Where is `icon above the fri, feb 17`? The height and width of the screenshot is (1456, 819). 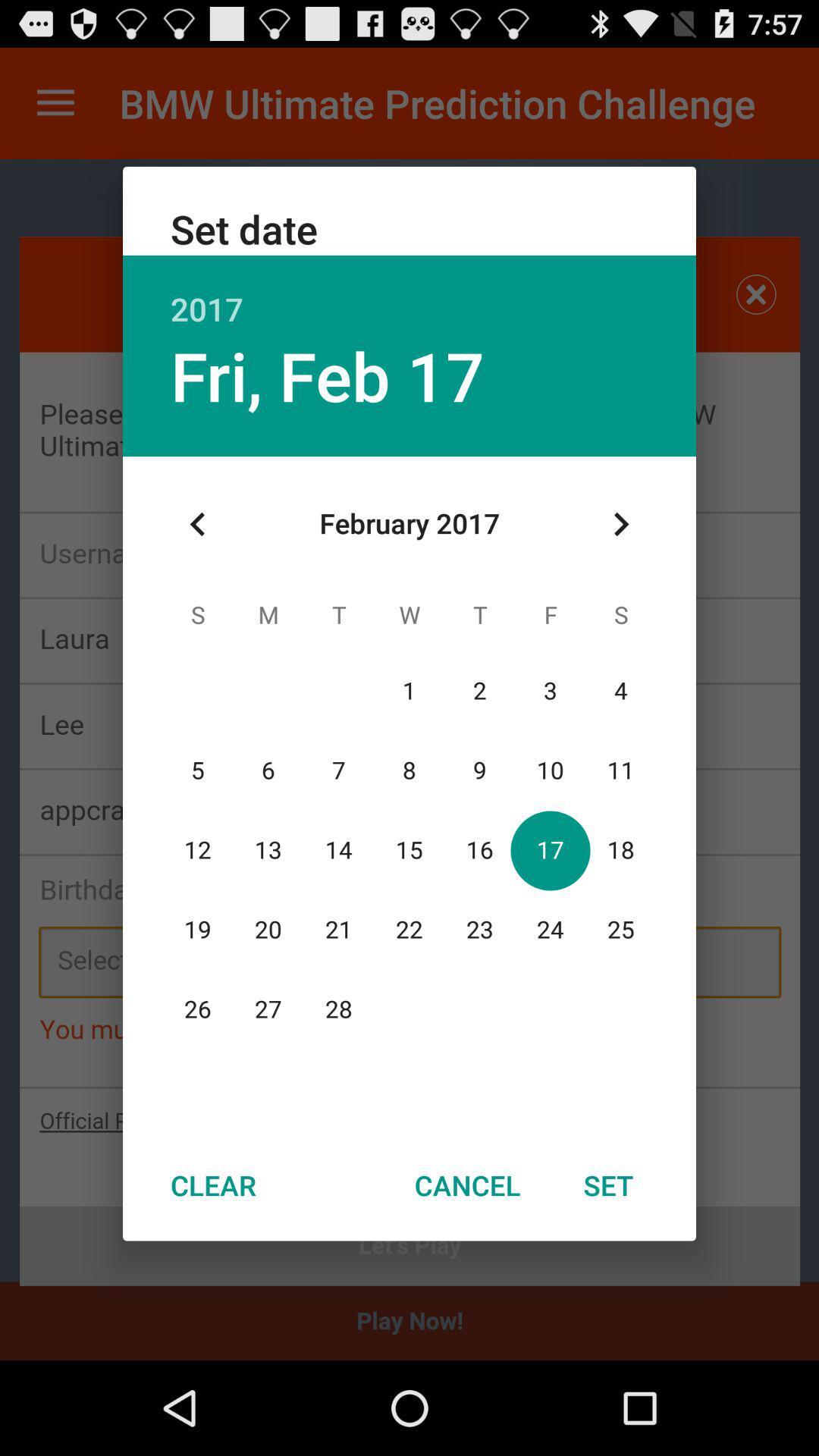 icon above the fri, feb 17 is located at coordinates (409, 293).